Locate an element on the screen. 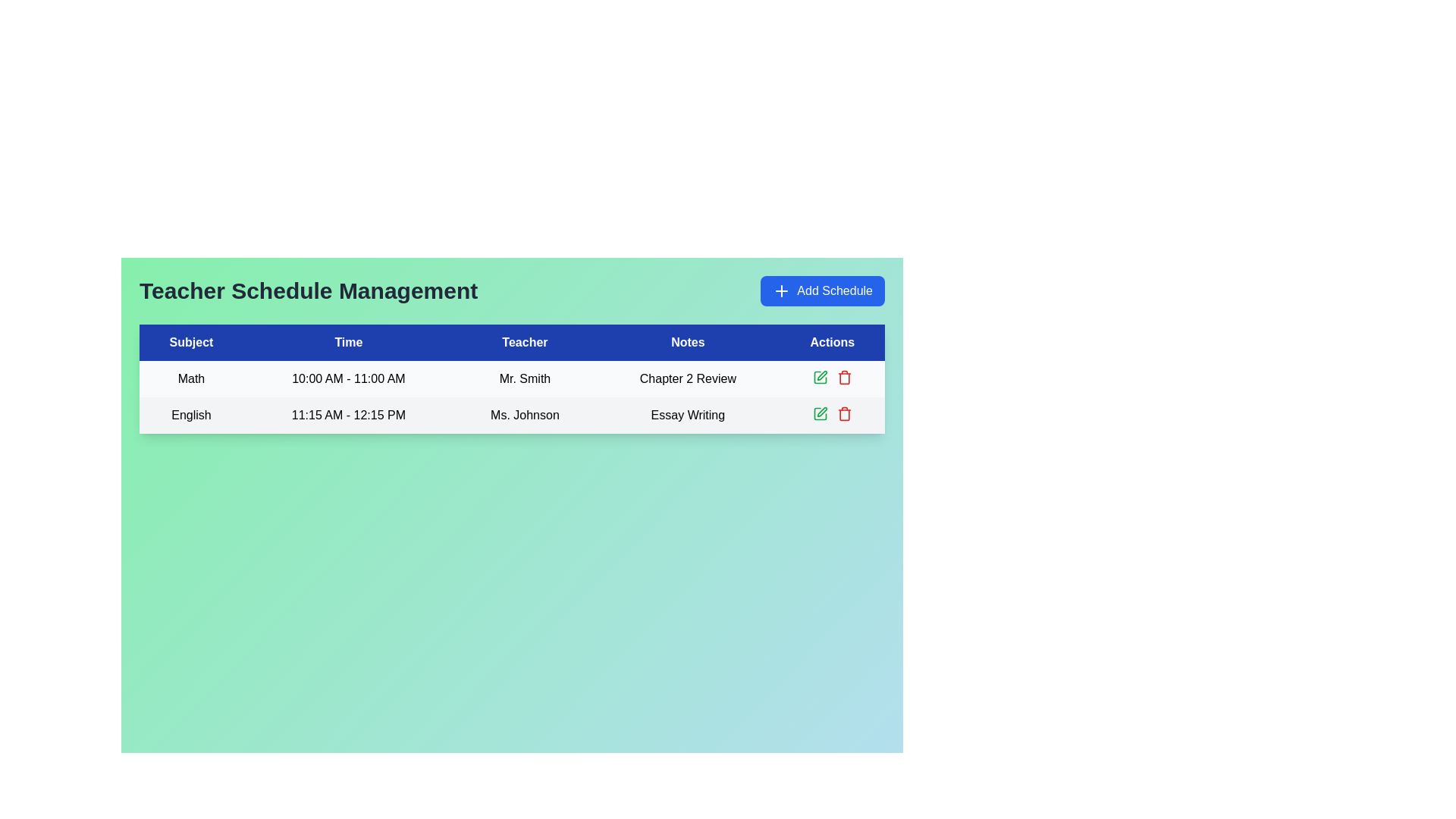 This screenshot has height=819, width=1456. text label displaying 'Ms. Johnson' located in the second row under the 'Teacher' column of the table is located at coordinates (525, 415).